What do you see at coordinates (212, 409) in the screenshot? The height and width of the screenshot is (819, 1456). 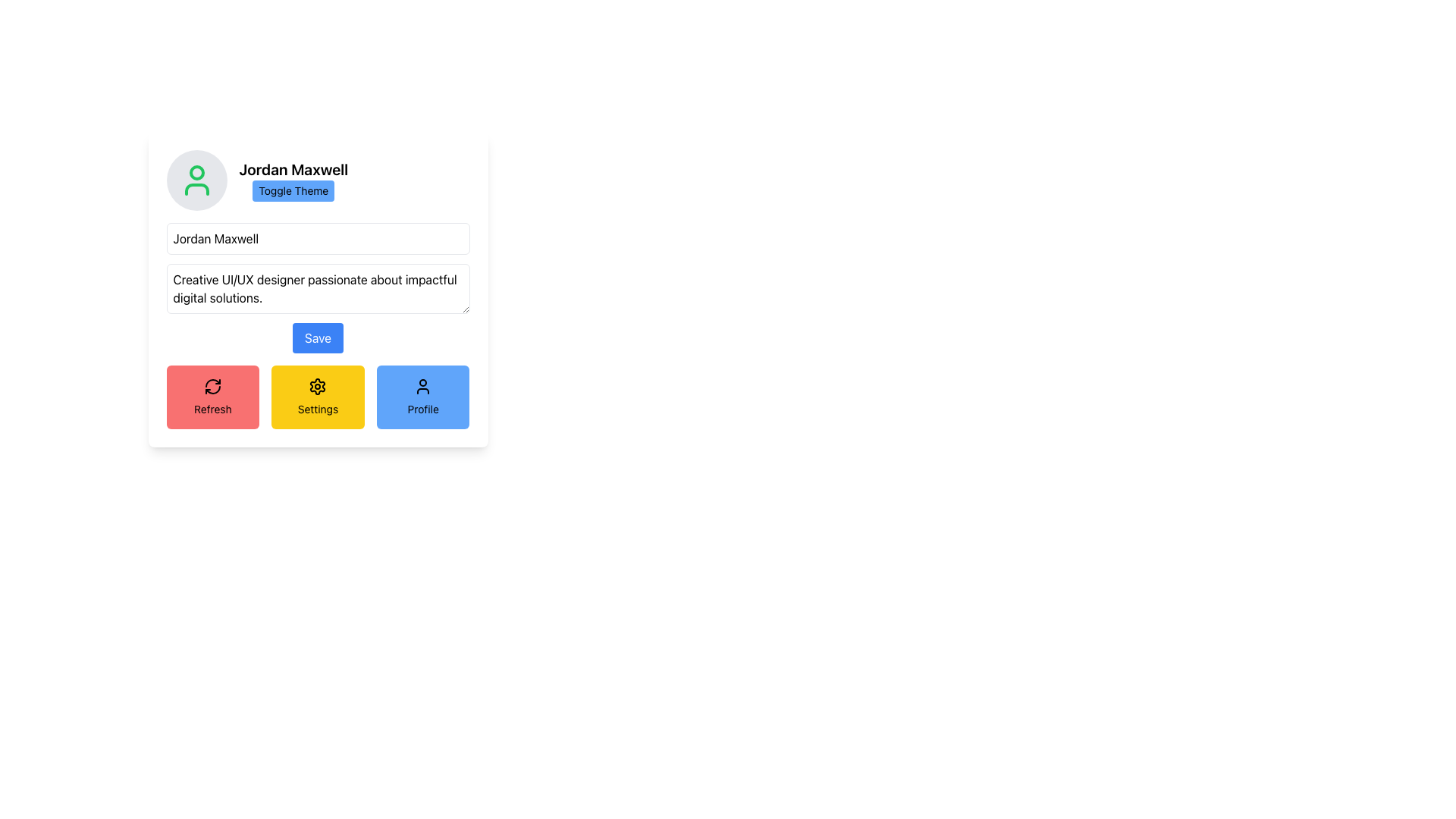 I see `text label 'Refresh' which is displayed in a small lightweight font on a red background beneath a circular icon` at bounding box center [212, 409].